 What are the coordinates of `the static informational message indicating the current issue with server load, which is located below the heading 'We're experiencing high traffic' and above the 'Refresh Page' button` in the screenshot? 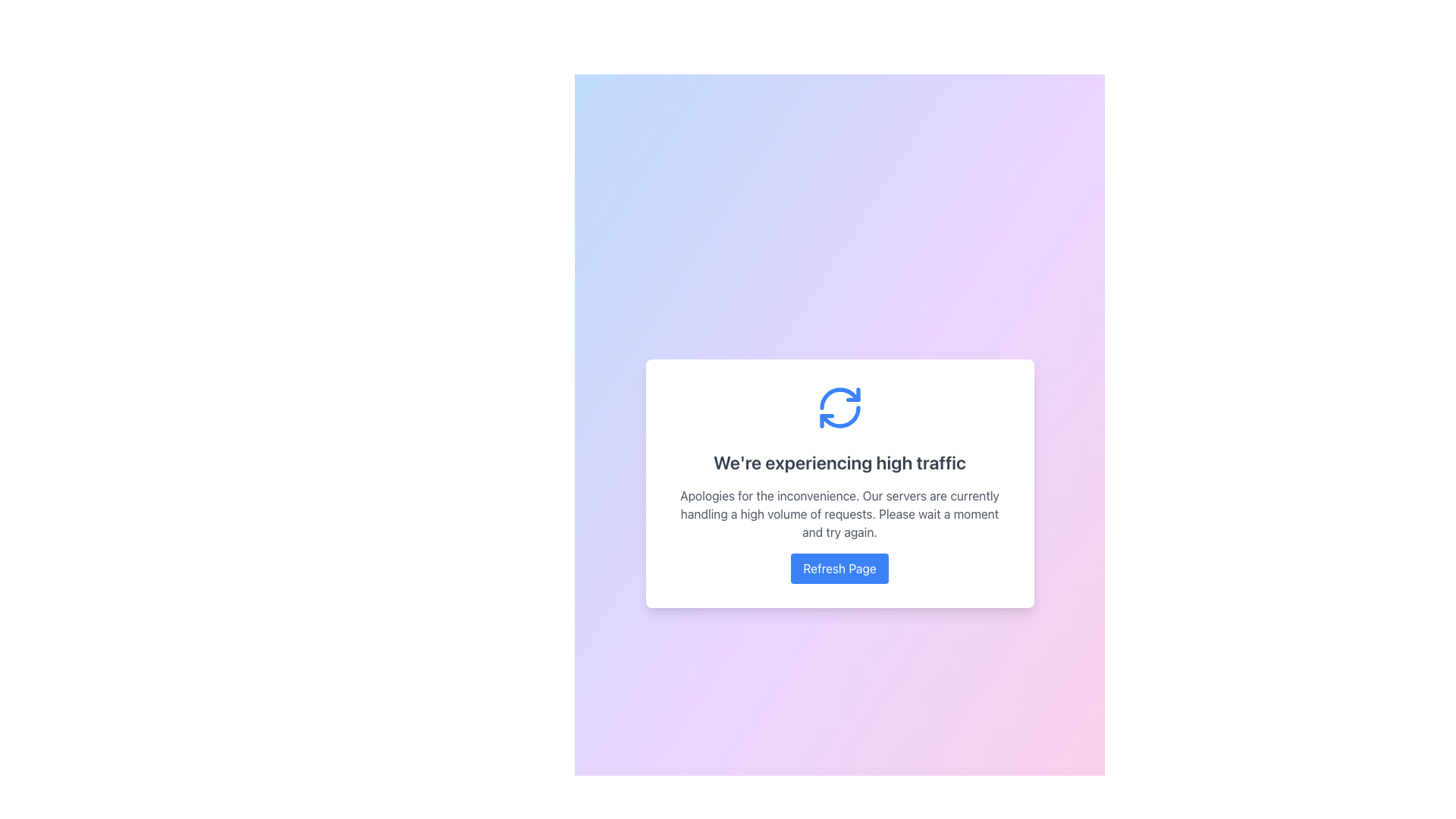 It's located at (839, 513).